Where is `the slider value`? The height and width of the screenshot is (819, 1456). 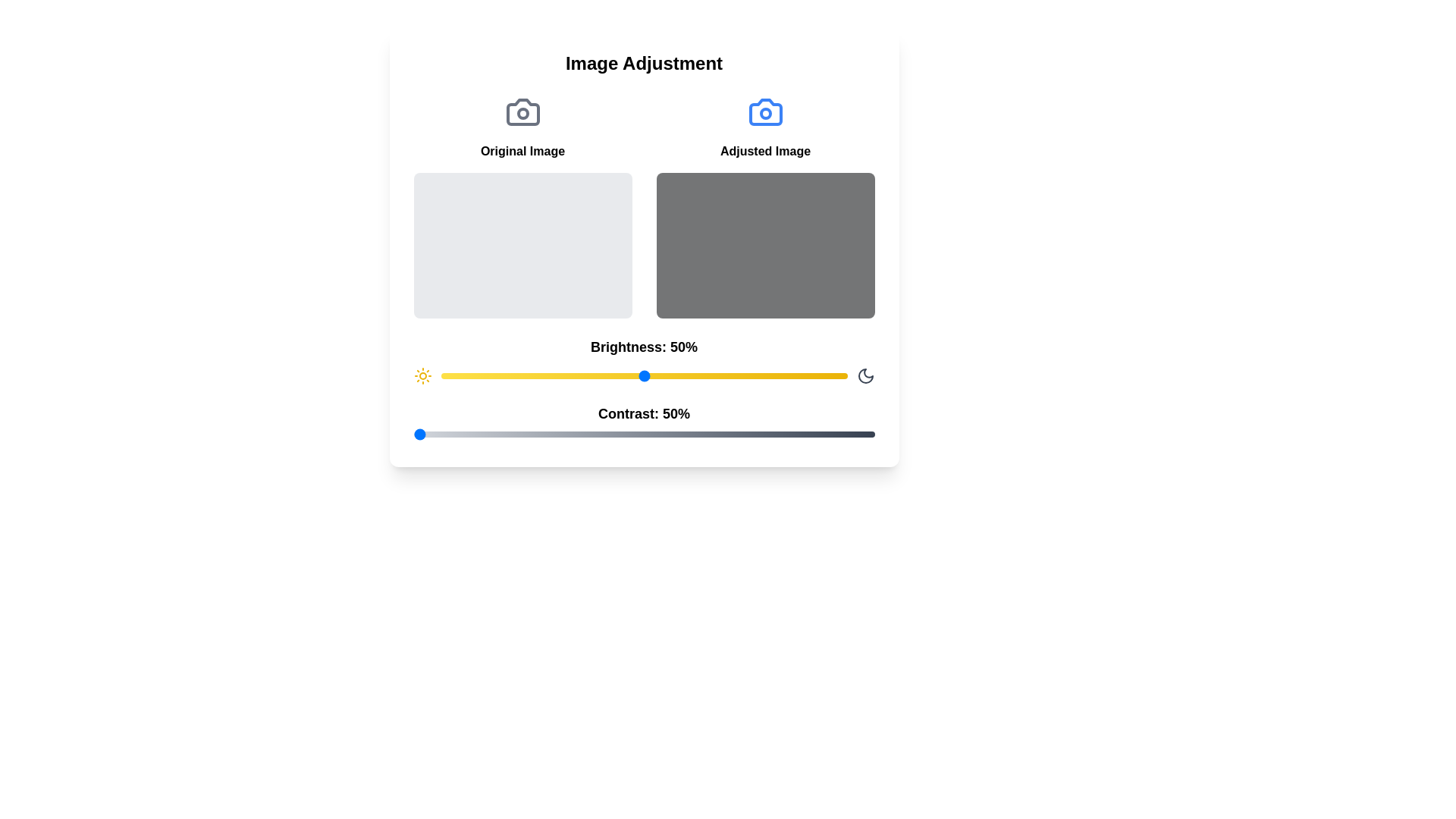
the slider value is located at coordinates (513, 375).